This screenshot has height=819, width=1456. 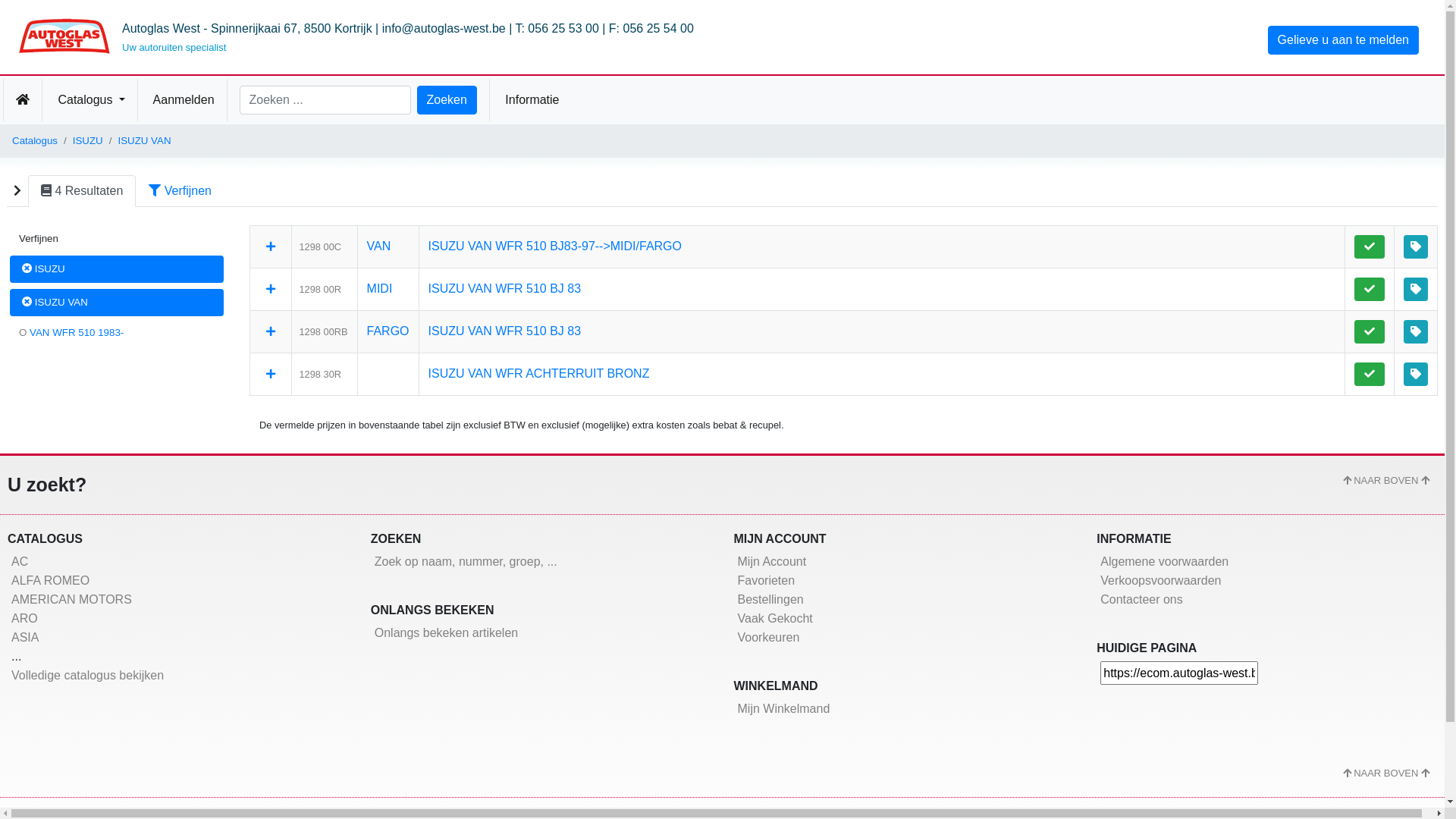 What do you see at coordinates (35, 140) in the screenshot?
I see `'Catalogus'` at bounding box center [35, 140].